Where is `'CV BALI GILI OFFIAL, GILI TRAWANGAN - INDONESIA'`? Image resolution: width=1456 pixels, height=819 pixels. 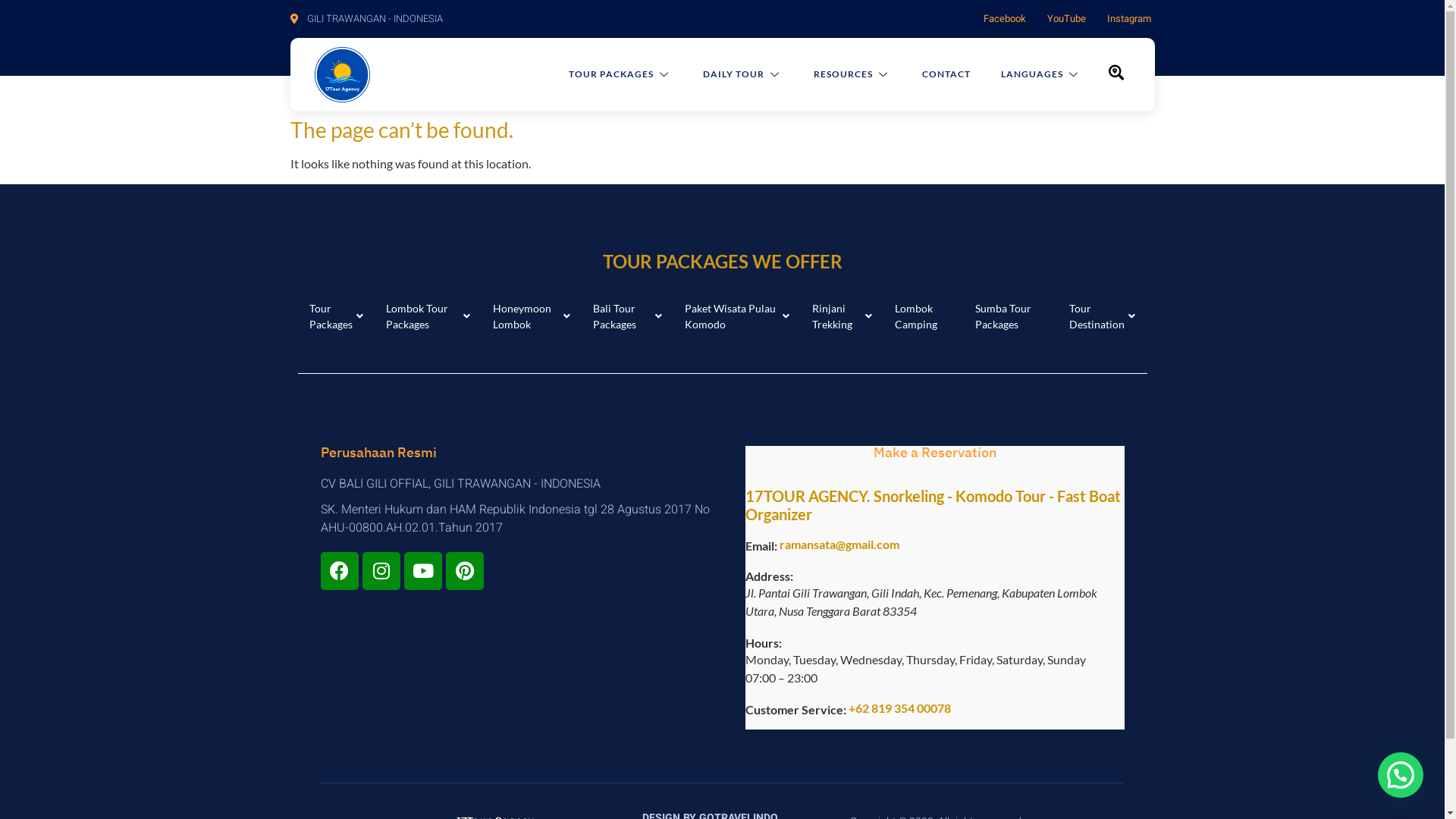
'CV BALI GILI OFFIAL, GILI TRAWANGAN - INDONESIA' is located at coordinates (520, 483).